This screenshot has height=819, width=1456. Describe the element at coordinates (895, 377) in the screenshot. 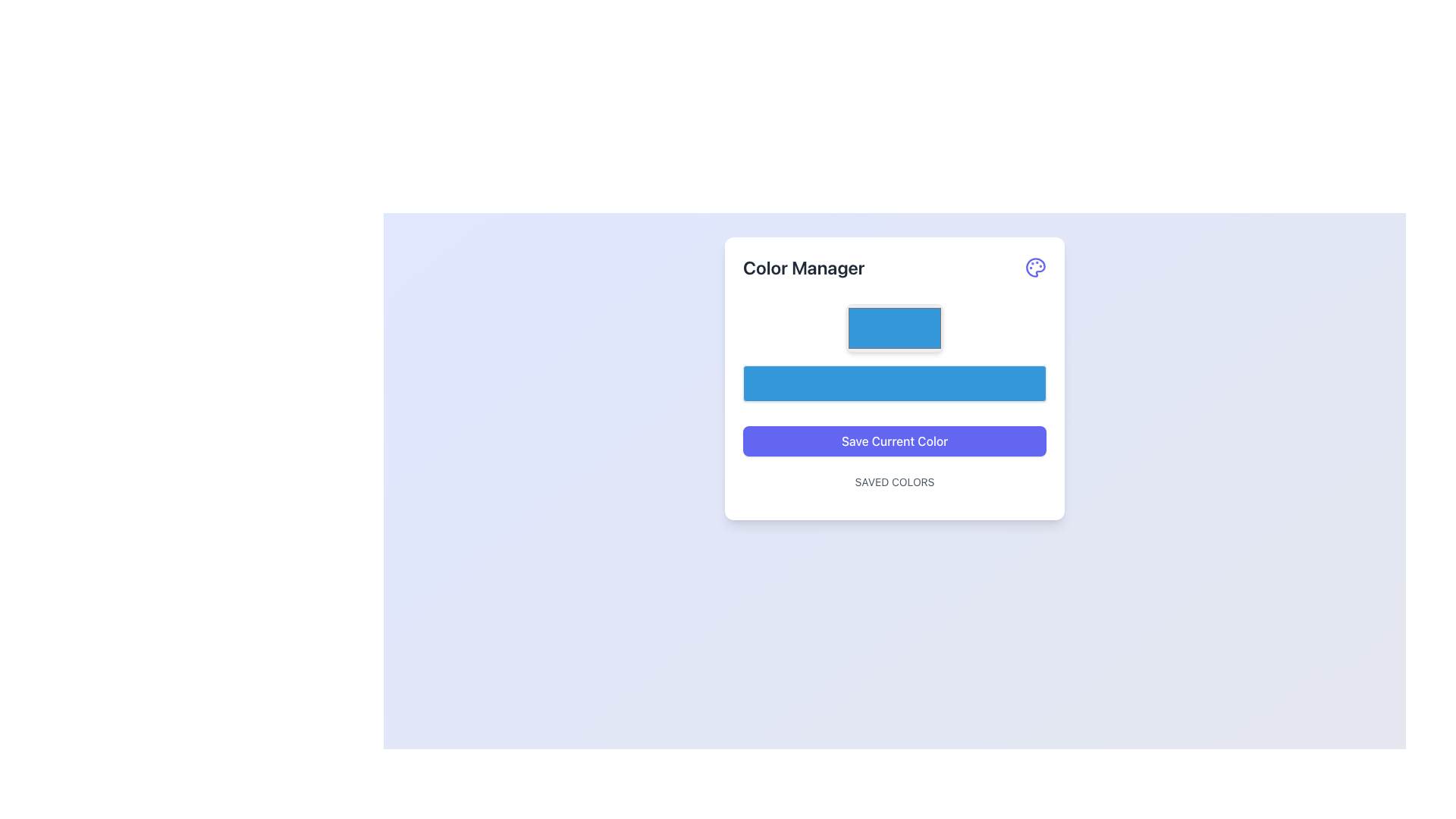

I see `the 'Color Manager' panel which has a white background, rounded corners, and contains multiple UI components including a 'Save Current Color' button` at that location.